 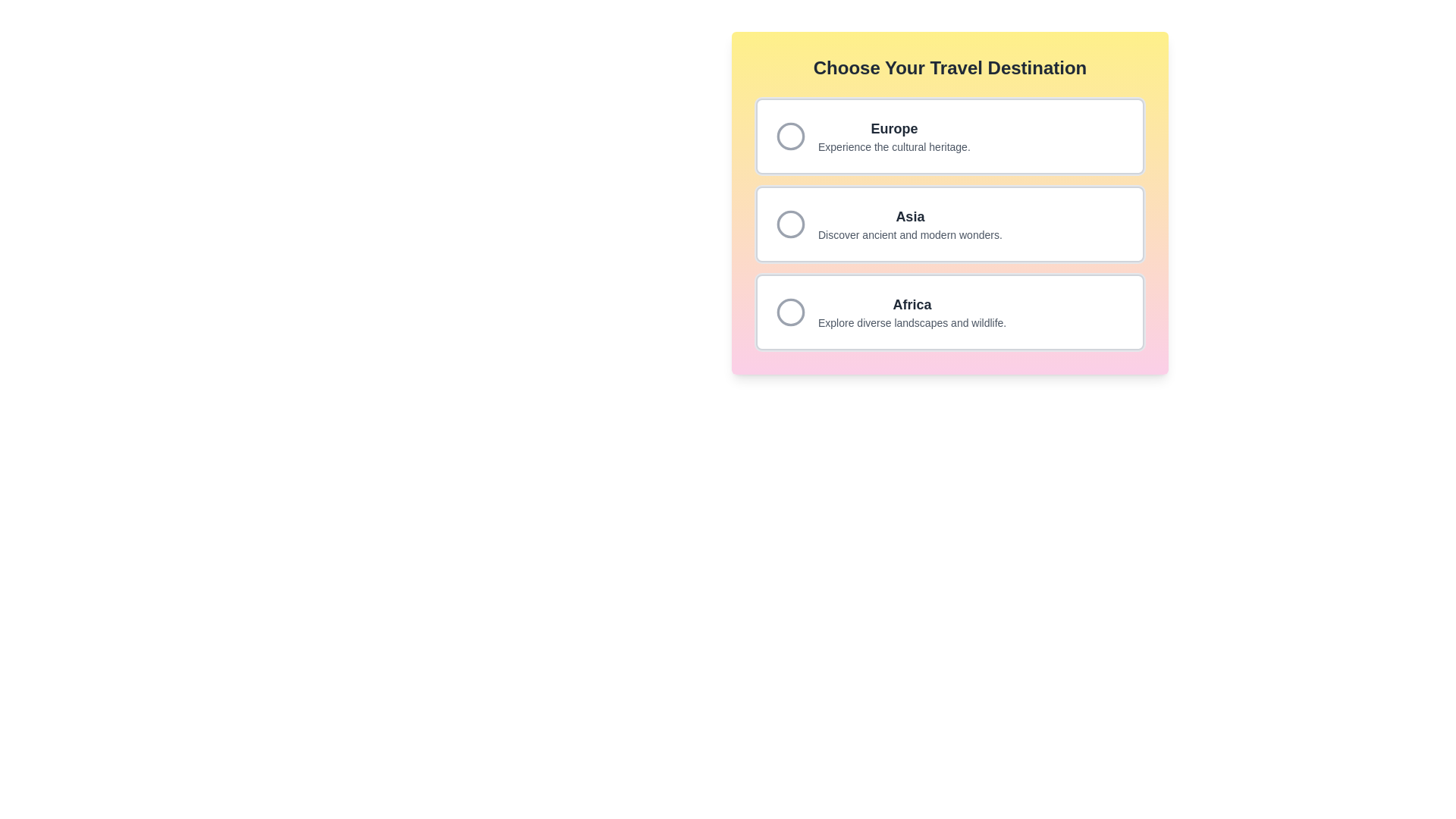 What do you see at coordinates (910, 216) in the screenshot?
I see `the heading text for the second option in the travel destination choice interface, which is located in the middle section of a list within a card component` at bounding box center [910, 216].